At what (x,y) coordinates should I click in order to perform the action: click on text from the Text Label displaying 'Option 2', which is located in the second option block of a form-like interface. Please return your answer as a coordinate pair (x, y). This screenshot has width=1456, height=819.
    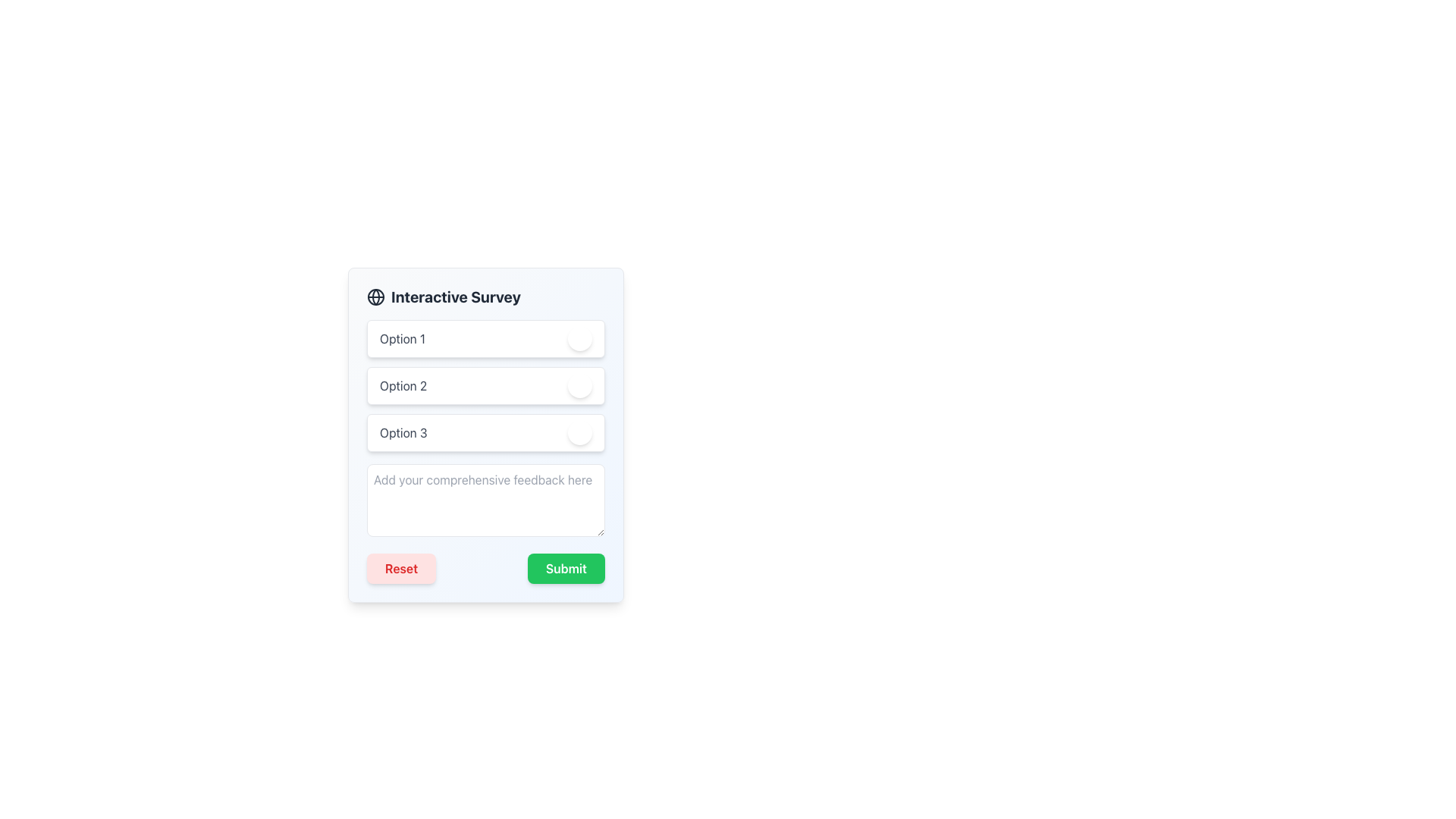
    Looking at the image, I should click on (403, 385).